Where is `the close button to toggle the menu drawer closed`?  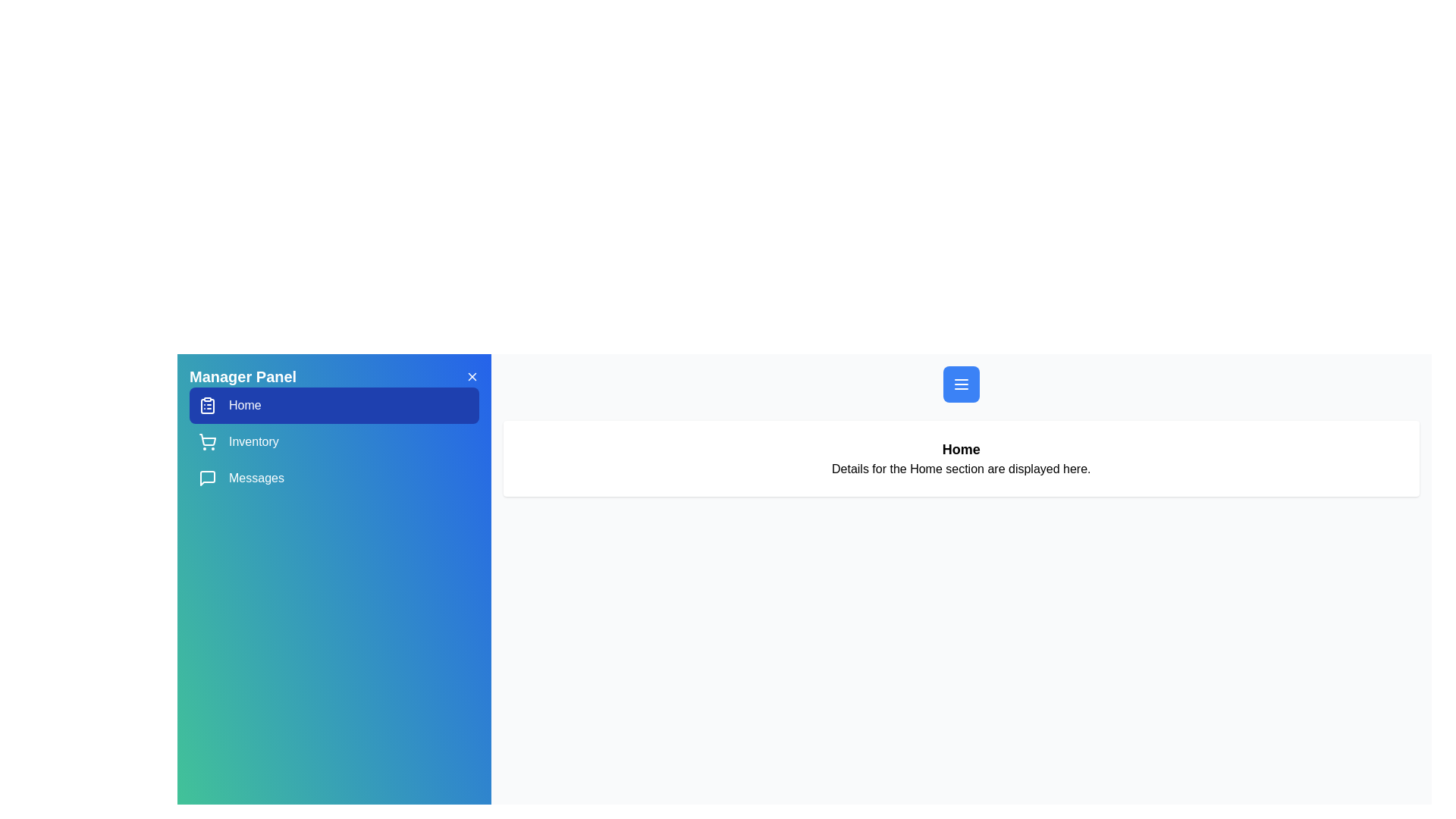
the close button to toggle the menu drawer closed is located at coordinates (471, 376).